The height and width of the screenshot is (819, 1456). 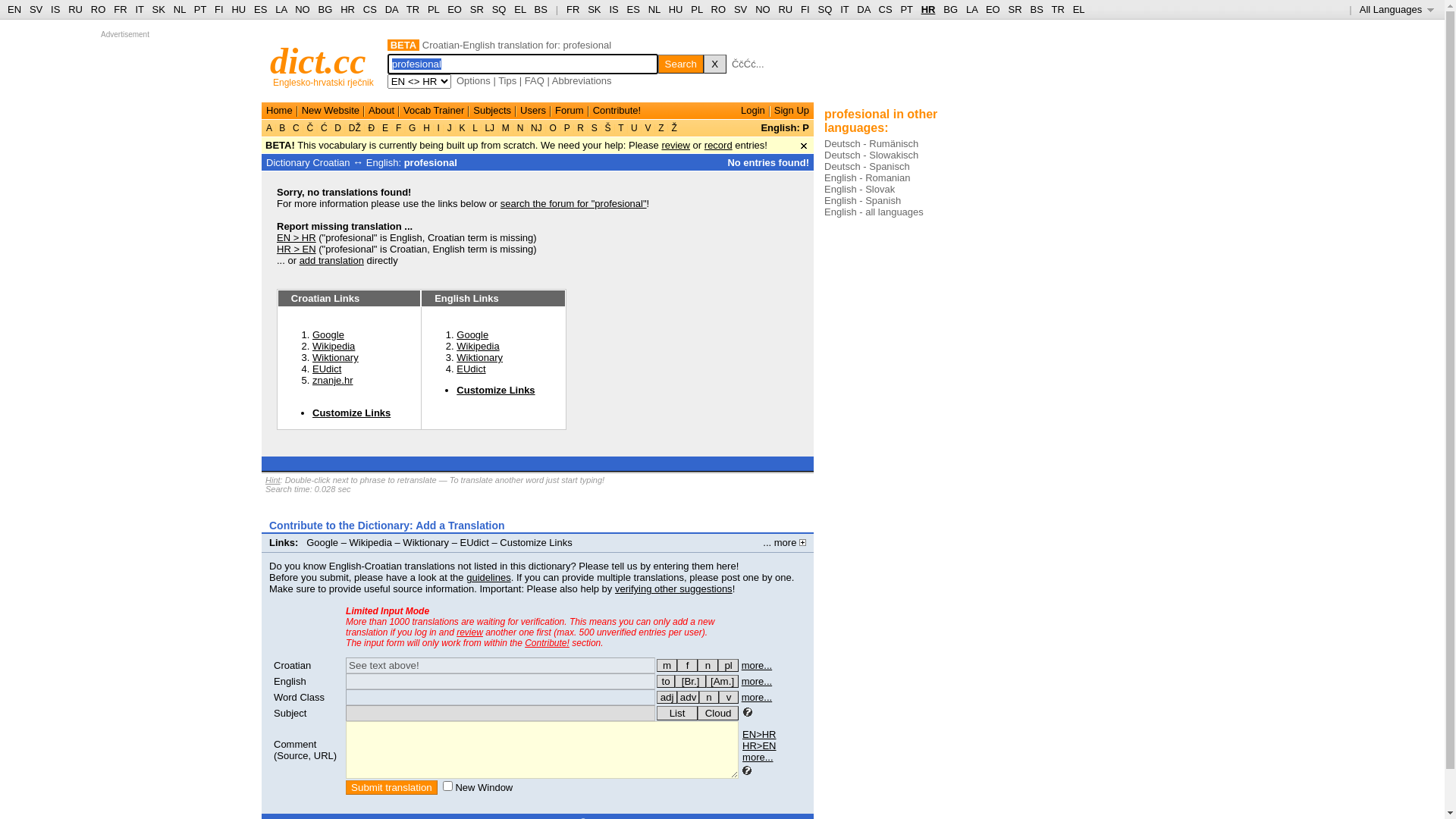 I want to click on 'English - all languages', so click(x=823, y=212).